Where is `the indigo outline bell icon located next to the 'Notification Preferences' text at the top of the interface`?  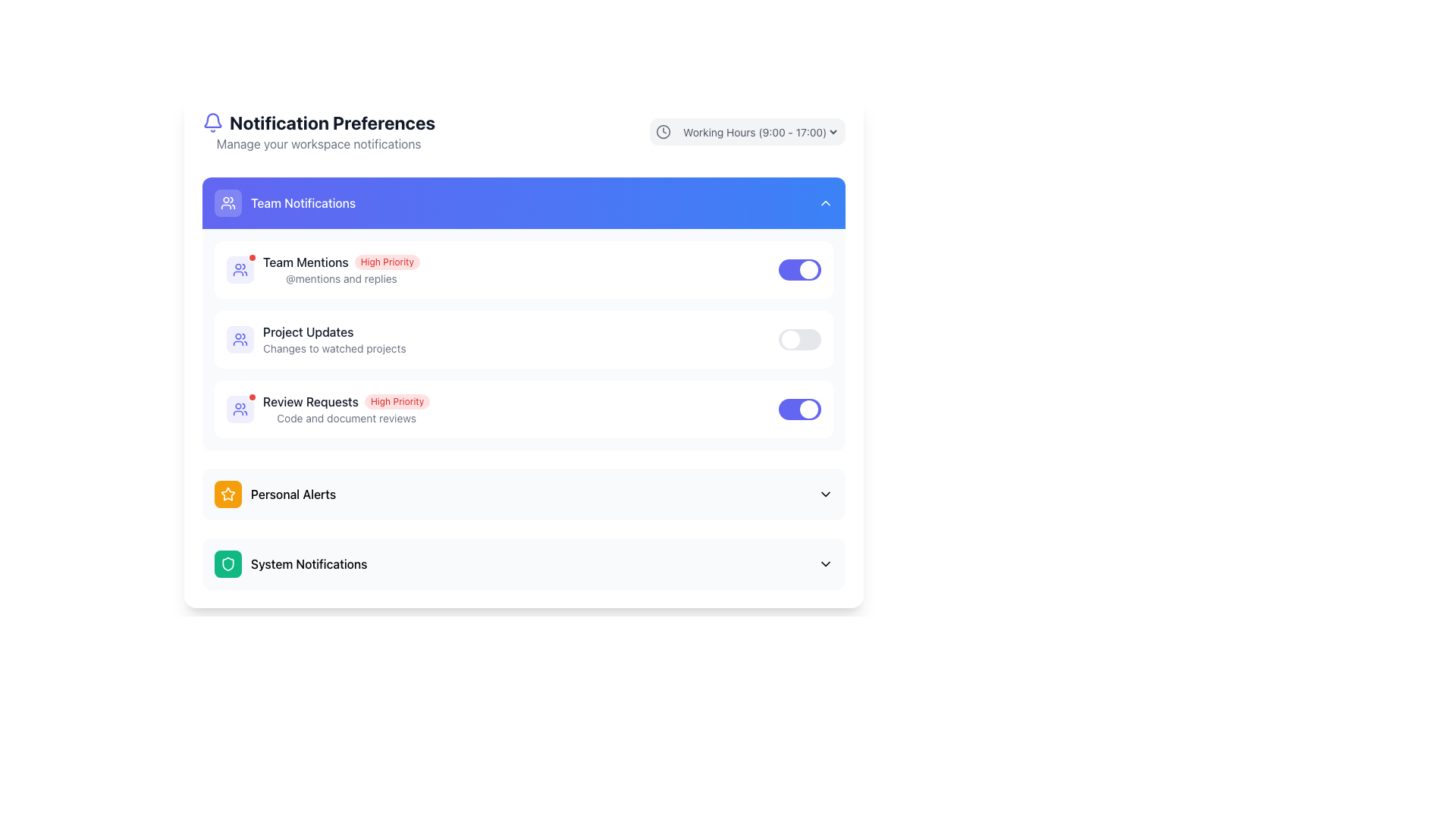
the indigo outline bell icon located next to the 'Notification Preferences' text at the top of the interface is located at coordinates (212, 122).